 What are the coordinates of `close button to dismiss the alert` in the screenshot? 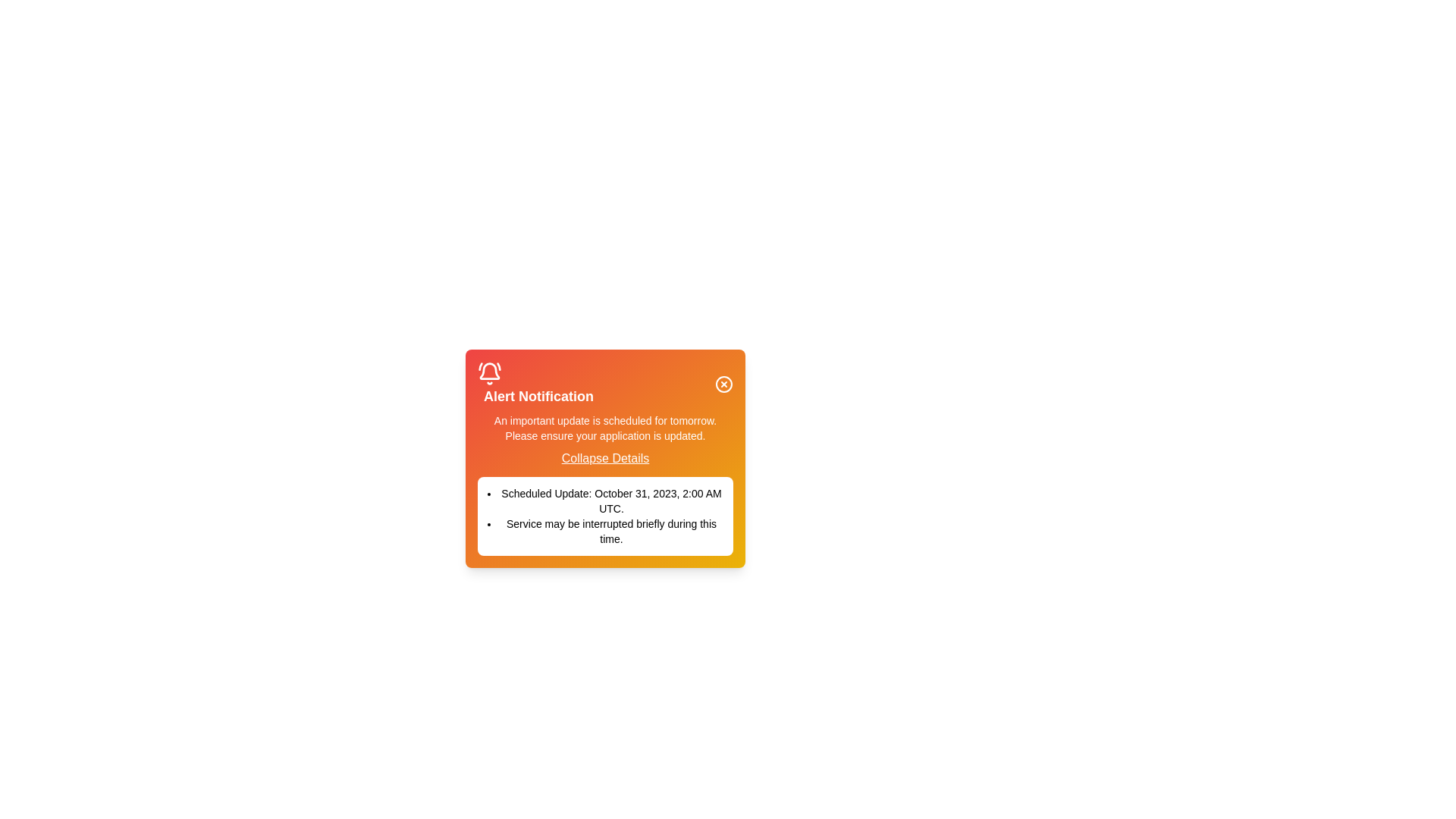 It's located at (723, 383).